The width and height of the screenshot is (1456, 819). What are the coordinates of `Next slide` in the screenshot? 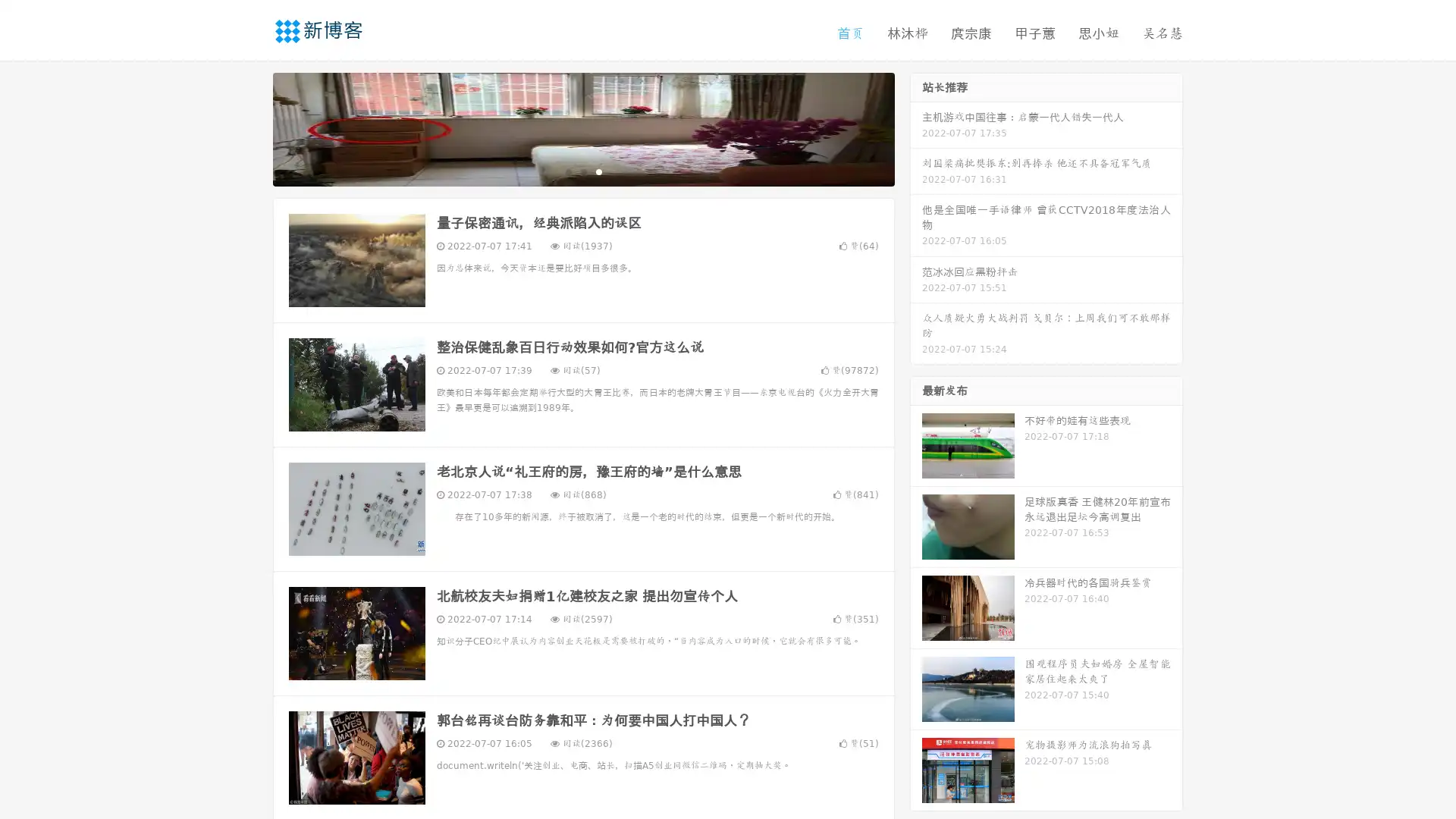 It's located at (916, 127).